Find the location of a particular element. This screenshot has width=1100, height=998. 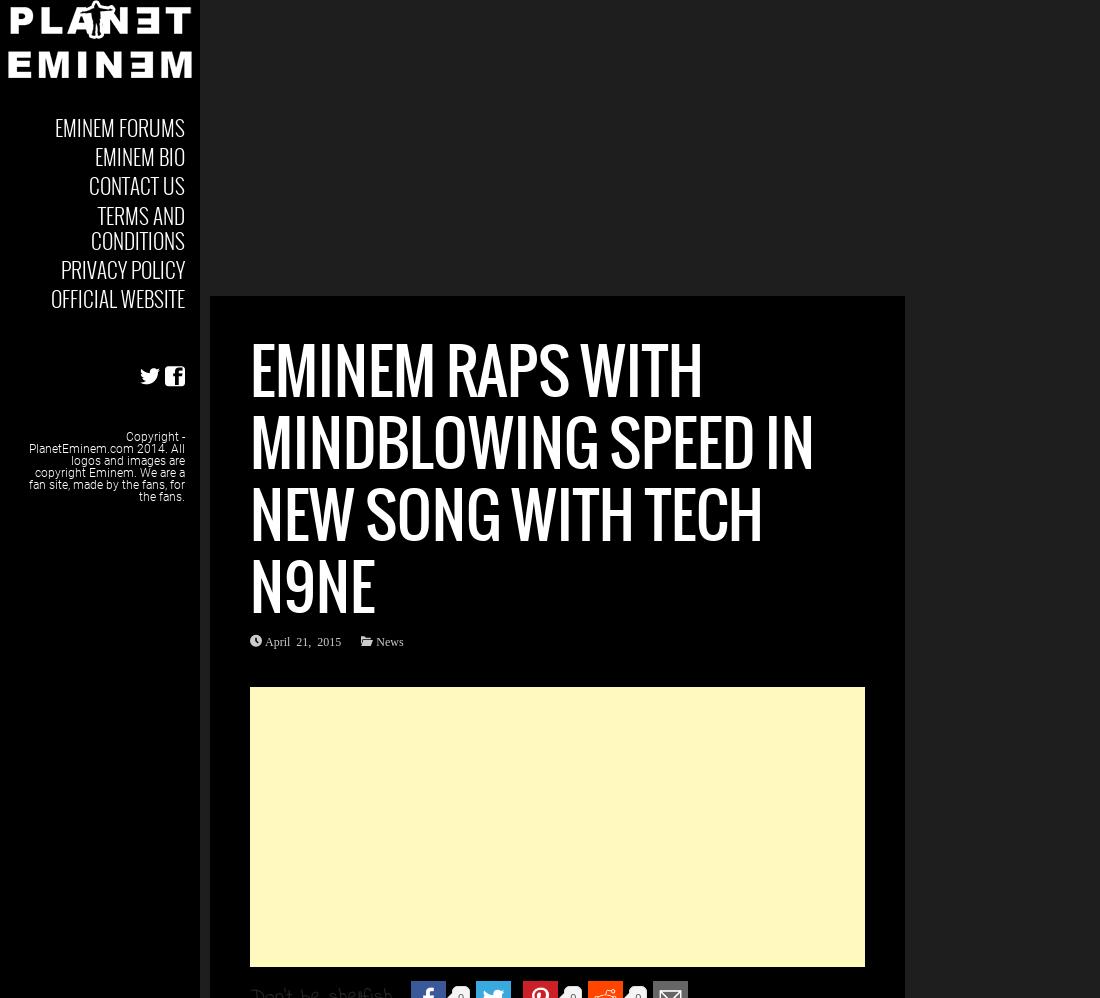

'Official Website' is located at coordinates (118, 297).